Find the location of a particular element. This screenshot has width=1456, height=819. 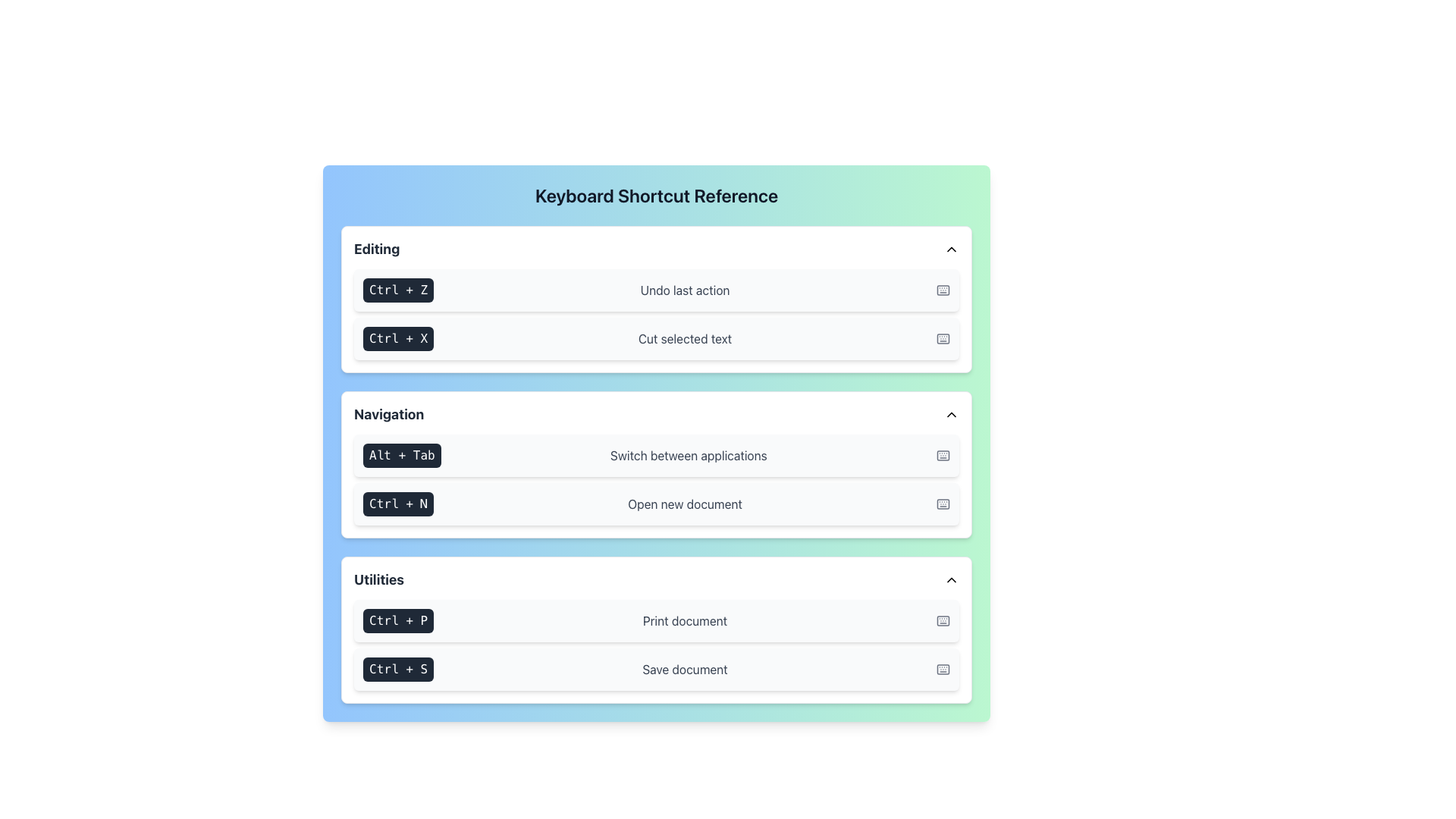

the text label displaying 'Cut selected text' which is positioned between the shortcut label 'Ctrl + X' and a keyboard icon in the 'Editing' section of the 'Keyboard Shortcut Reference' interface is located at coordinates (684, 338).